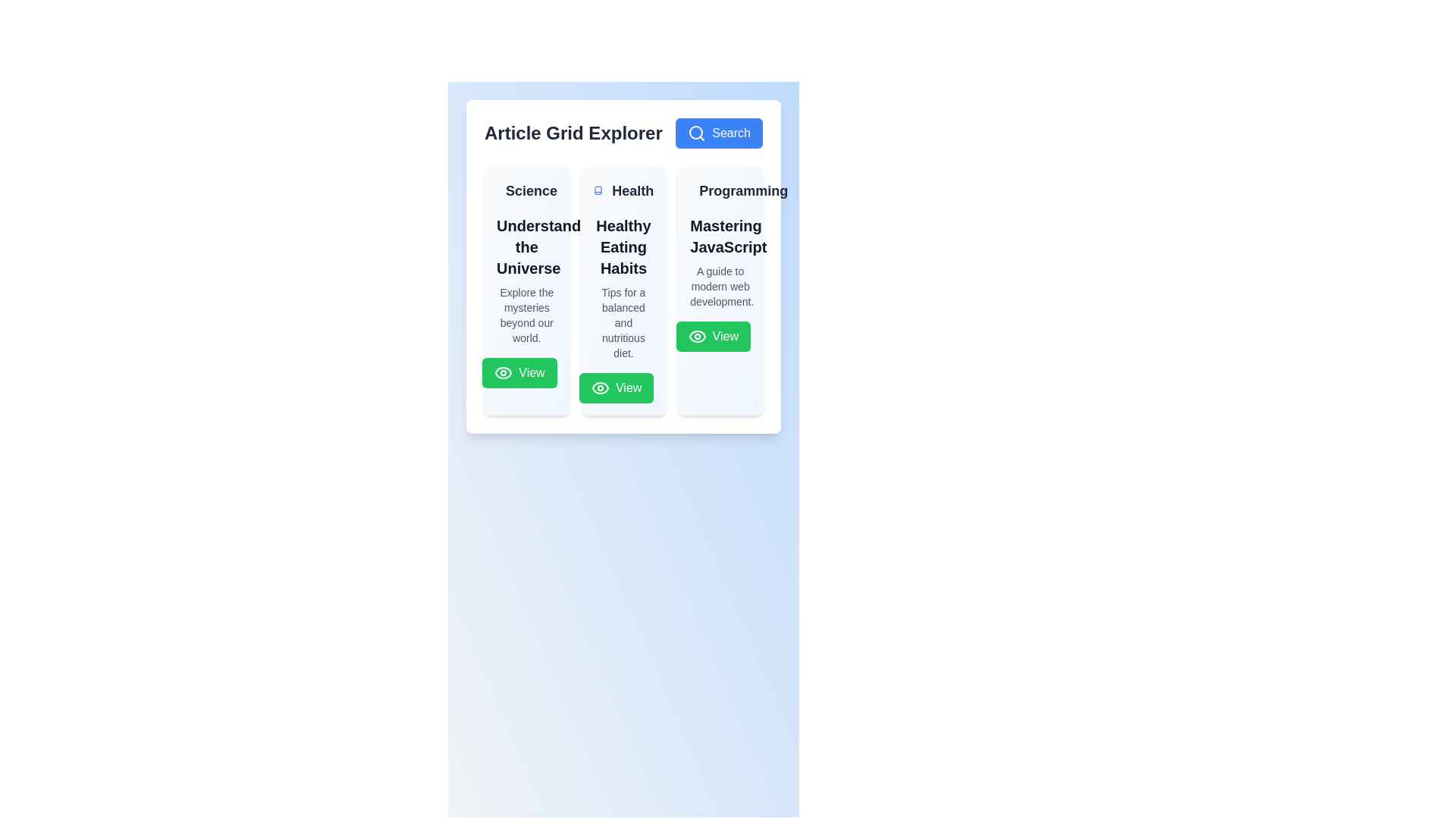 This screenshot has height=819, width=1456. What do you see at coordinates (623, 388) in the screenshot?
I see `the button located at the bottom-right corner of the card titled 'Healthy Eating Habits'` at bounding box center [623, 388].